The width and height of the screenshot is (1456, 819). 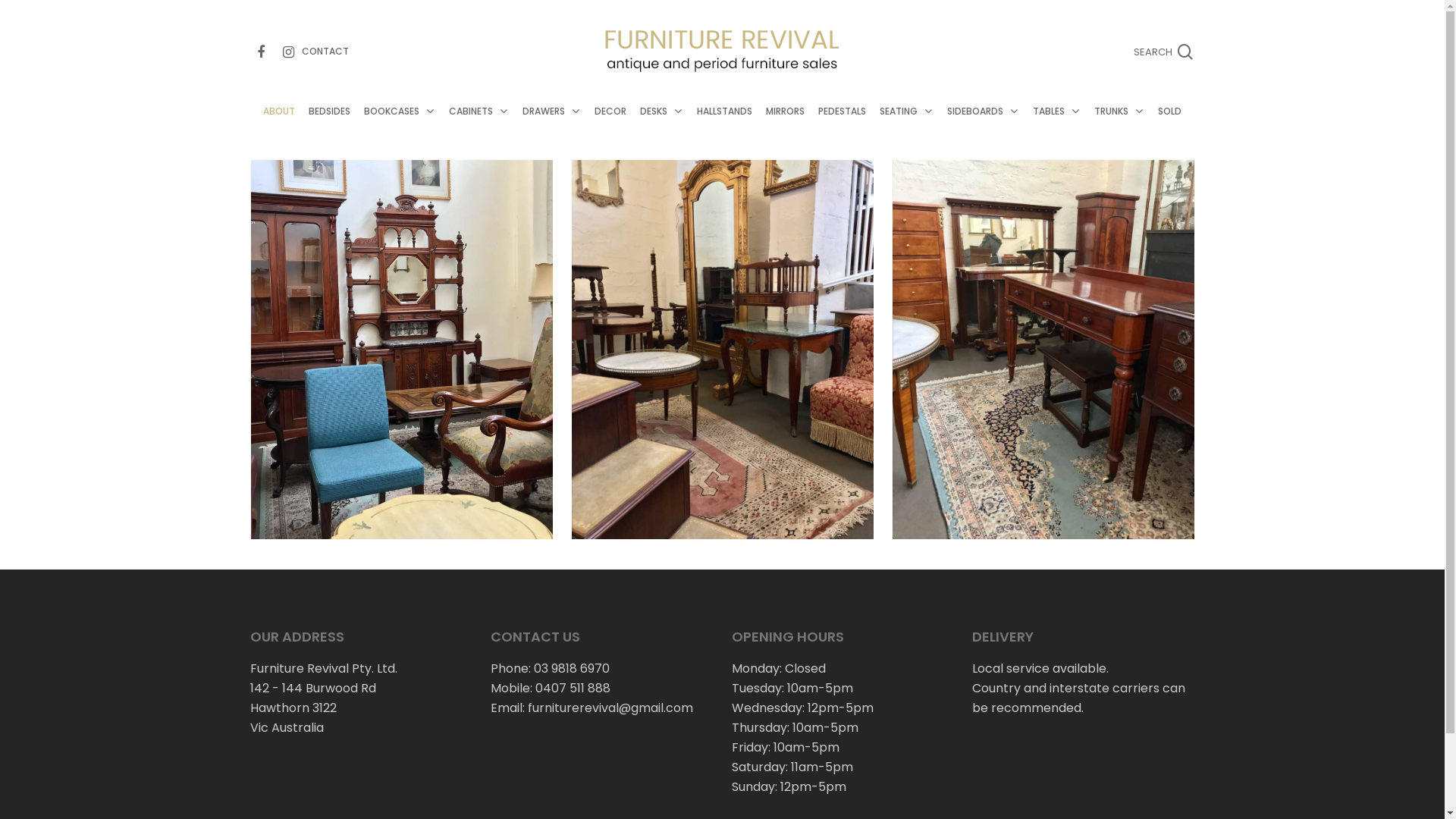 I want to click on 'BOOKCASES', so click(x=400, y=125).